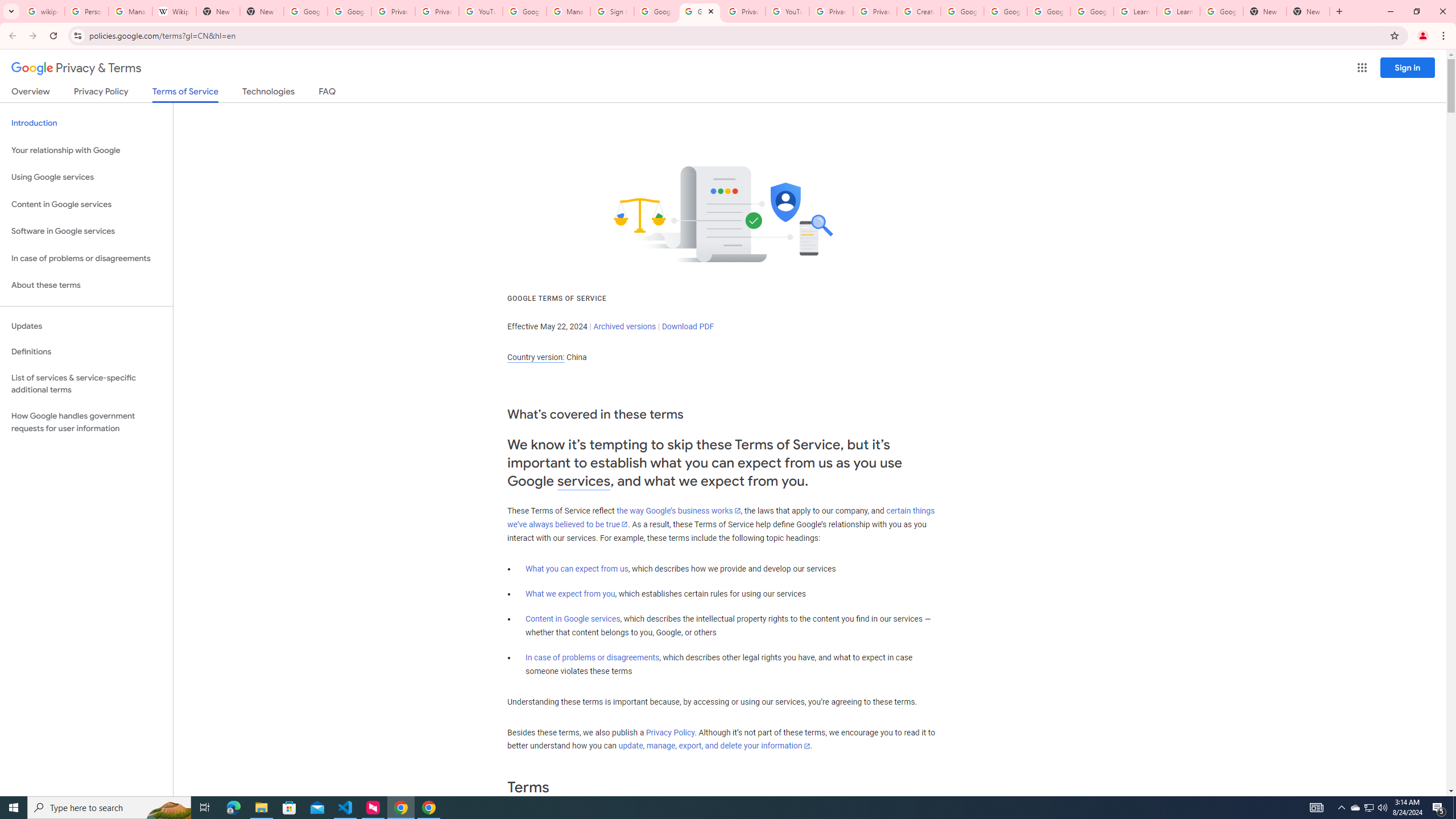 This screenshot has height=819, width=1456. I want to click on 'Personalization & Google Search results - Google Search Help', so click(86, 11).